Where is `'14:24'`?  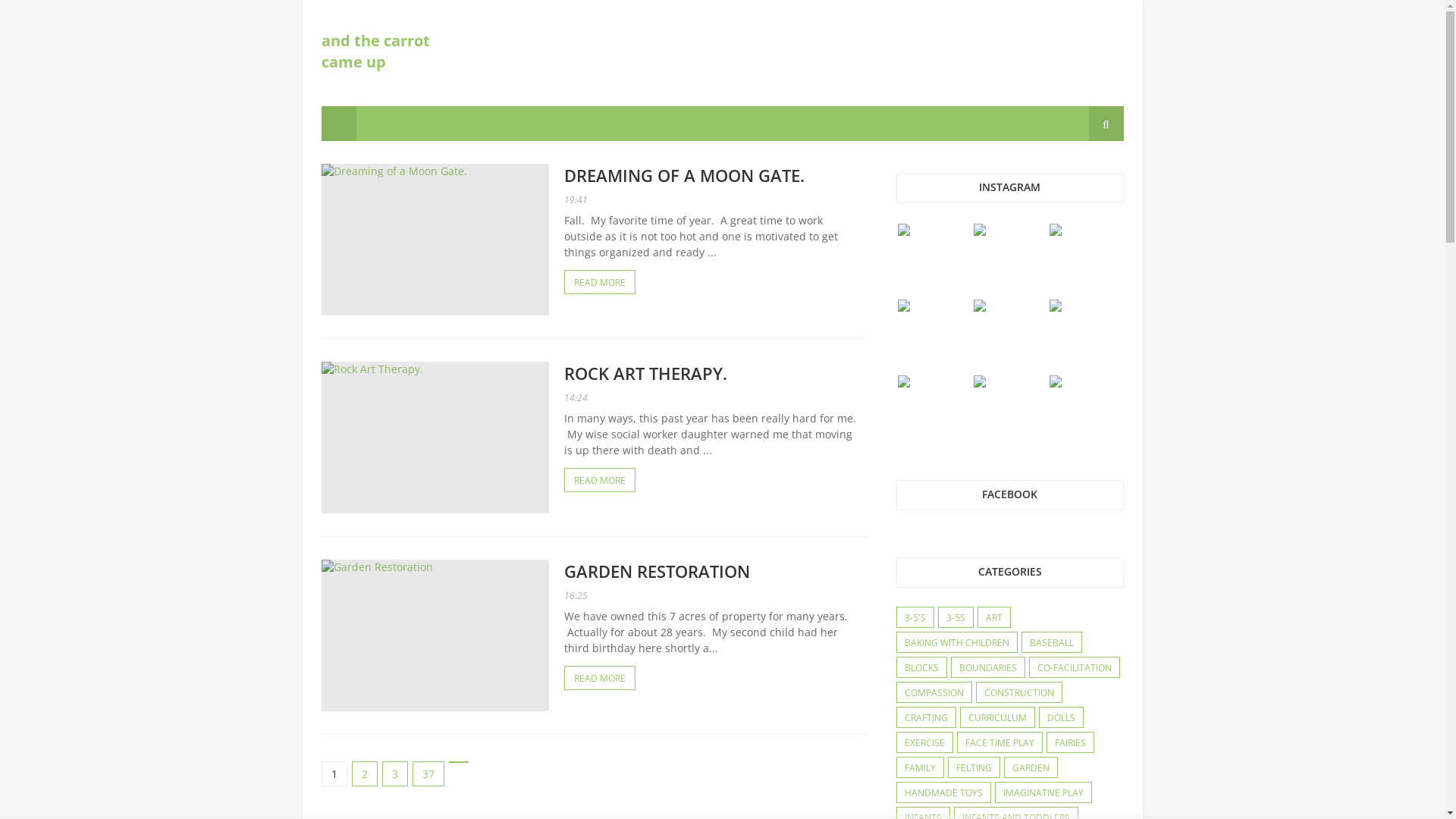 '14:24' is located at coordinates (563, 397).